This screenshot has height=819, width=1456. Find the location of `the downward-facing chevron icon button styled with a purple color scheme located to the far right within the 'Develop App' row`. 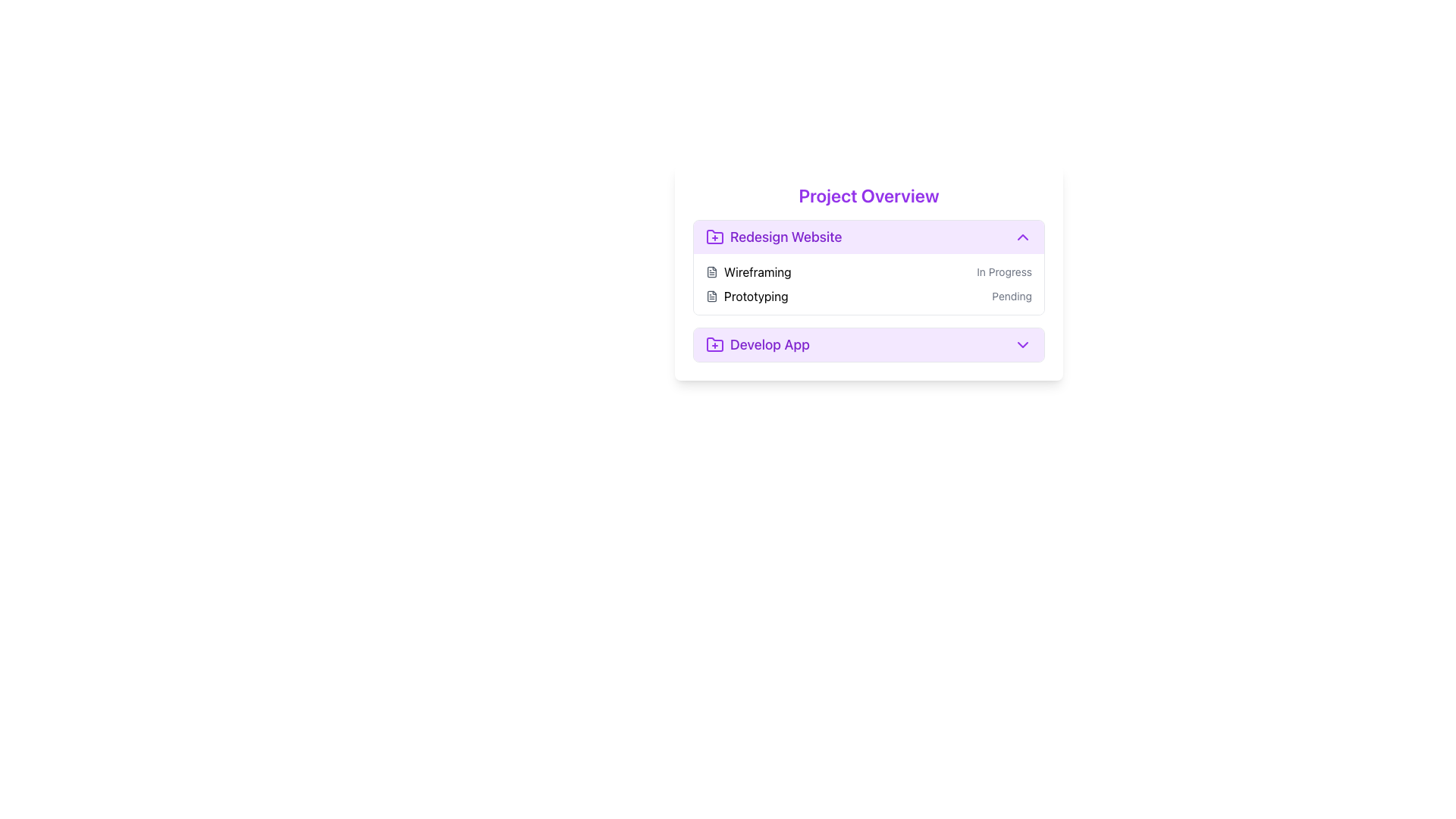

the downward-facing chevron icon button styled with a purple color scheme located to the far right within the 'Develop App' row is located at coordinates (1022, 345).